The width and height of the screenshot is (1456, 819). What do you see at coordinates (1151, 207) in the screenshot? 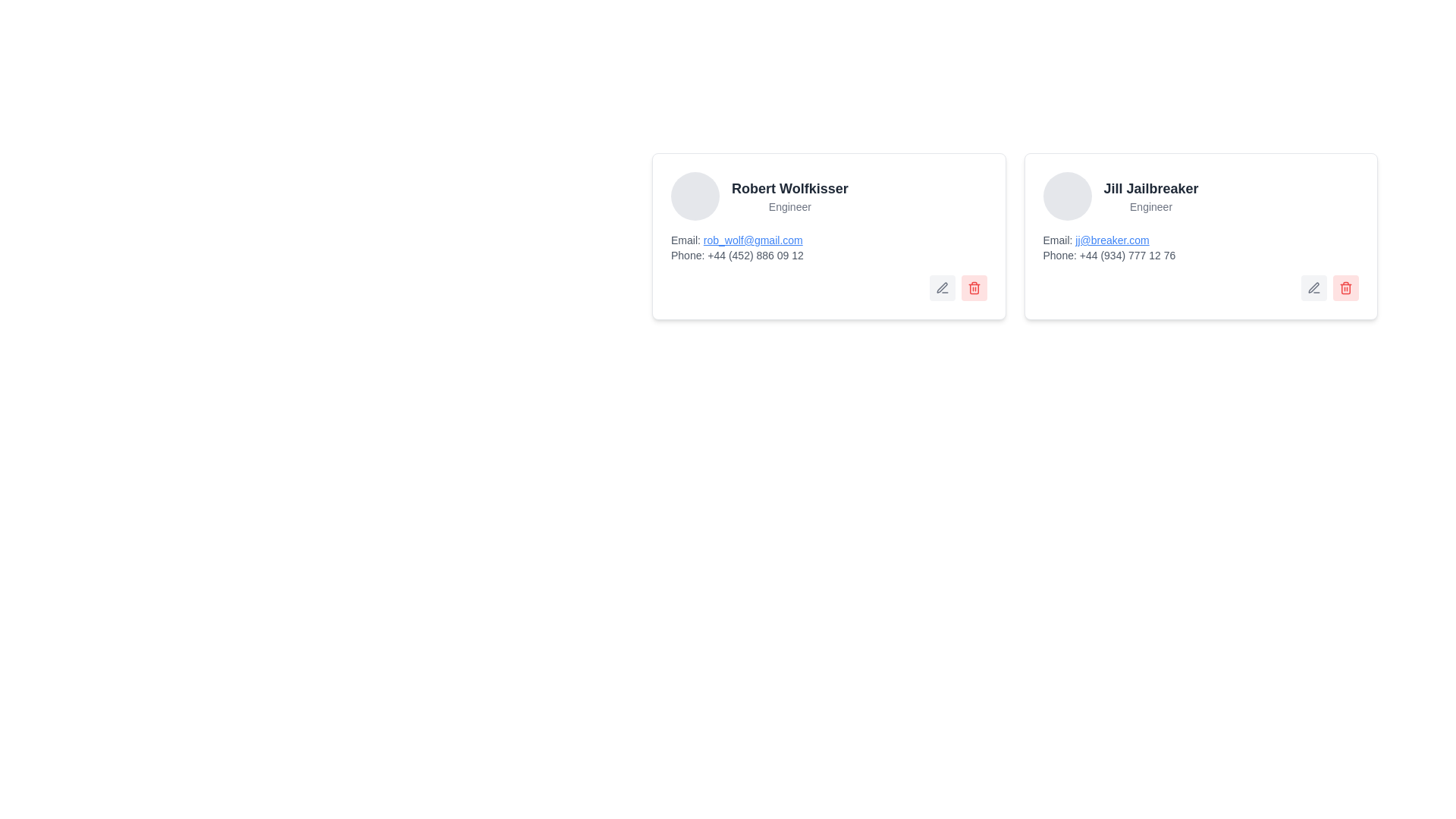
I see `the designation label located below 'Jill Jailbreaker' in the right-hand card-like box, which provides additional context about their status or job title` at bounding box center [1151, 207].